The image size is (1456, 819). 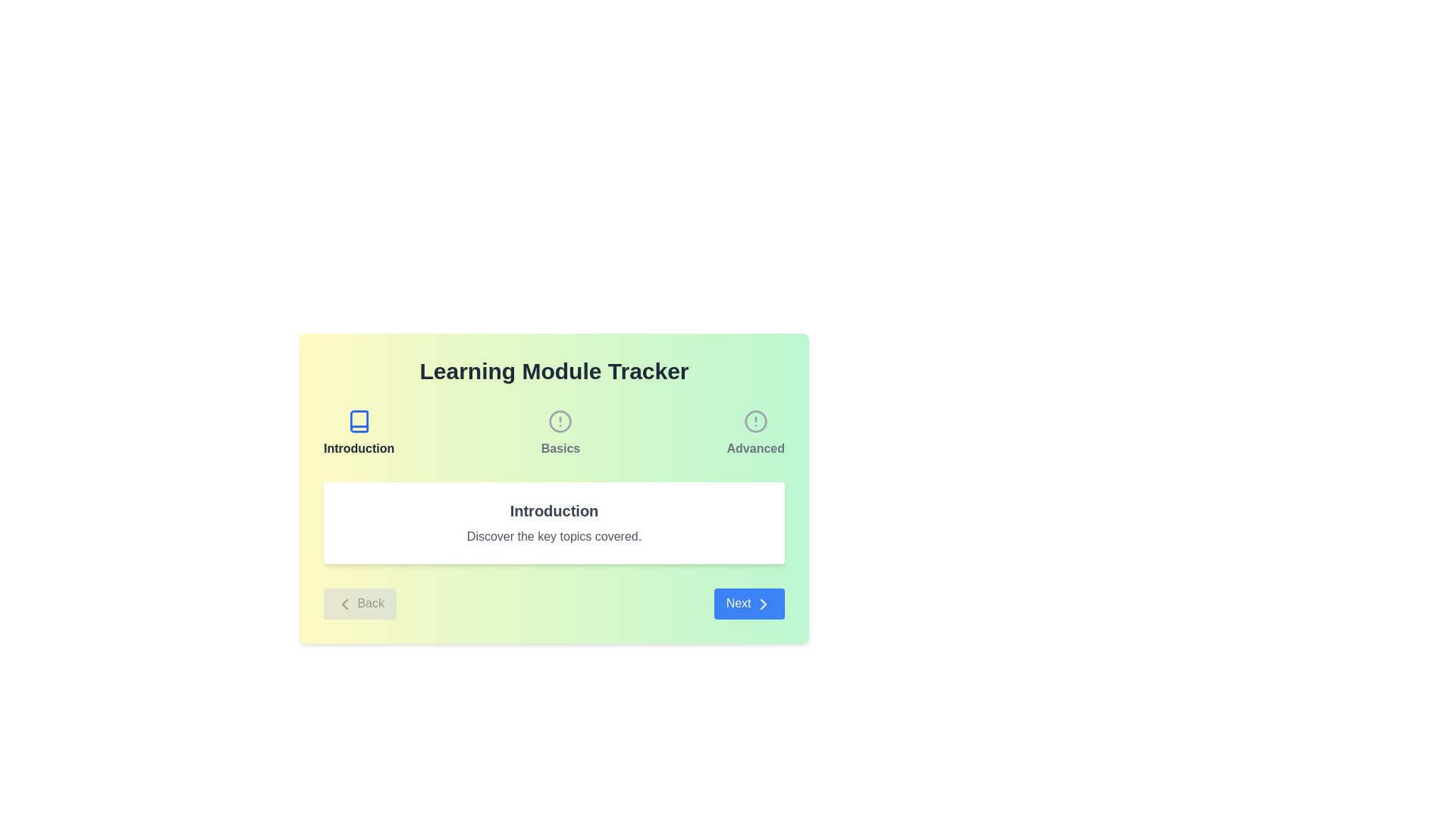 I want to click on the text label that serves as a title or heading for the section, located in the central area of the interface above the text 'Discover the key topics covered.', so click(x=553, y=511).